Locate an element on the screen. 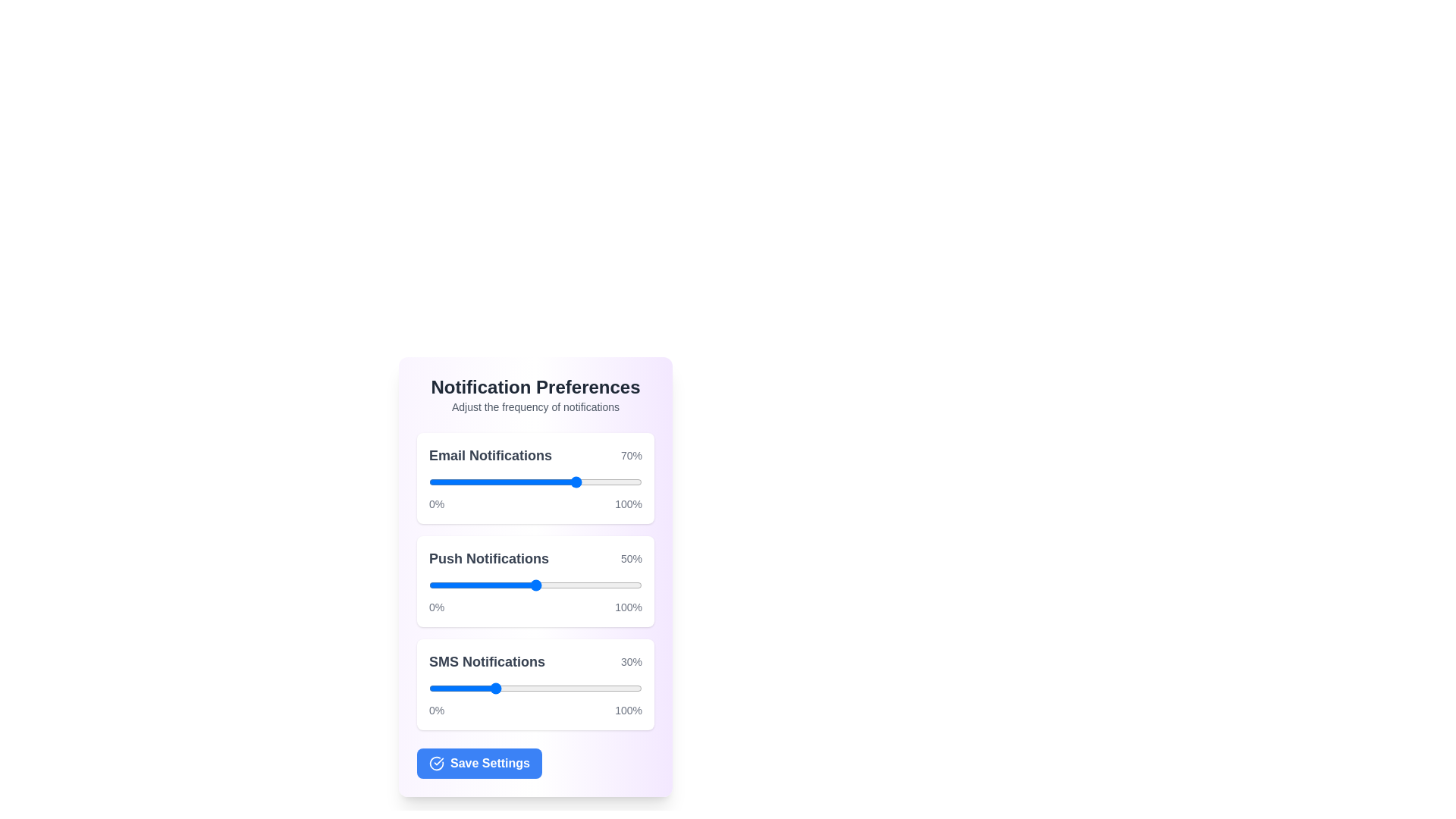  the SMS Notifications slider is located at coordinates (585, 688).